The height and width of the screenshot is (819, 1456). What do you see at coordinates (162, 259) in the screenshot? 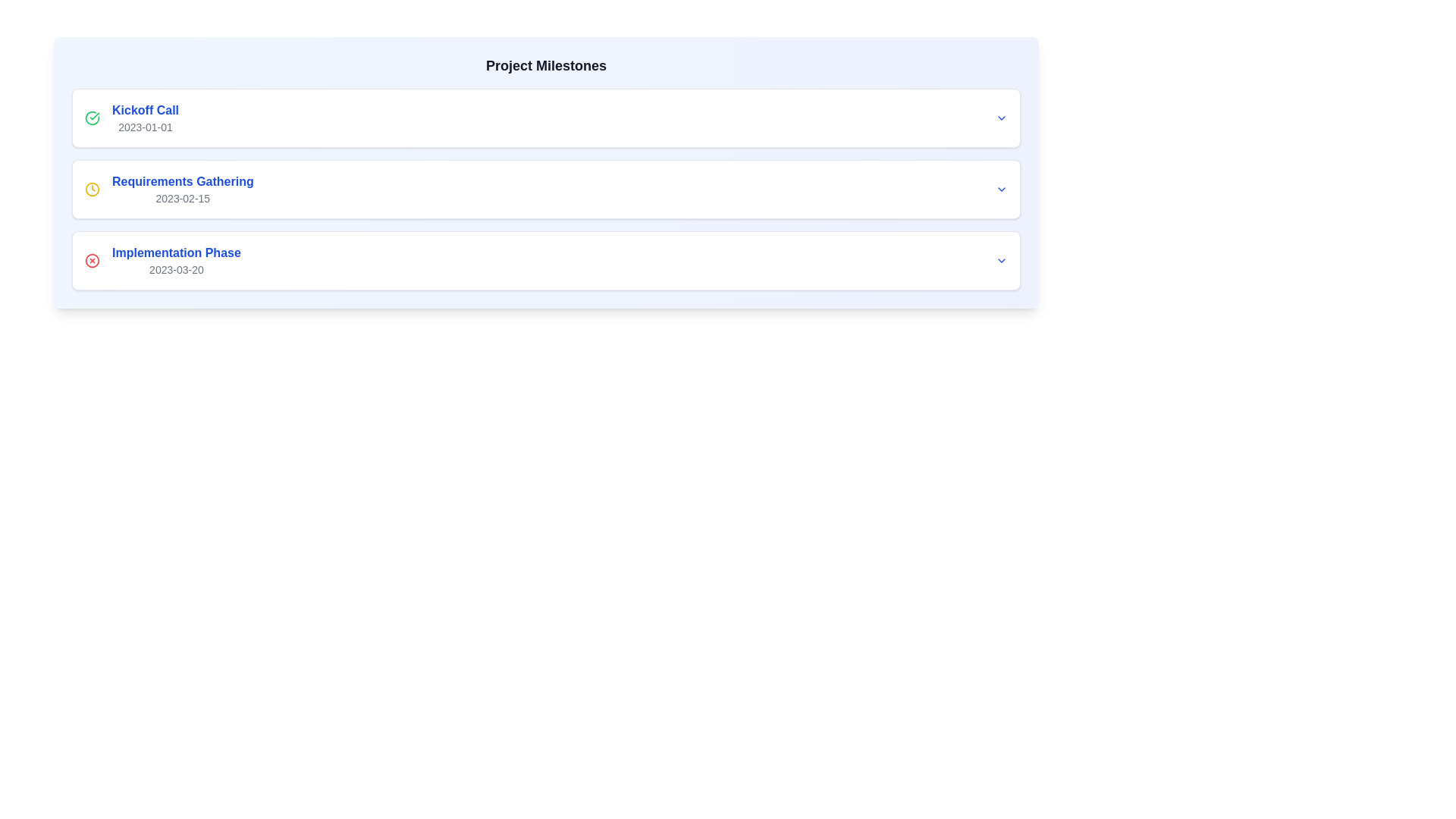
I see `text displayed in the milestone label marking the implementation phase of the project, which is the third item in a vertically stacked list, positioned below 'Requirements Gathering'` at bounding box center [162, 259].